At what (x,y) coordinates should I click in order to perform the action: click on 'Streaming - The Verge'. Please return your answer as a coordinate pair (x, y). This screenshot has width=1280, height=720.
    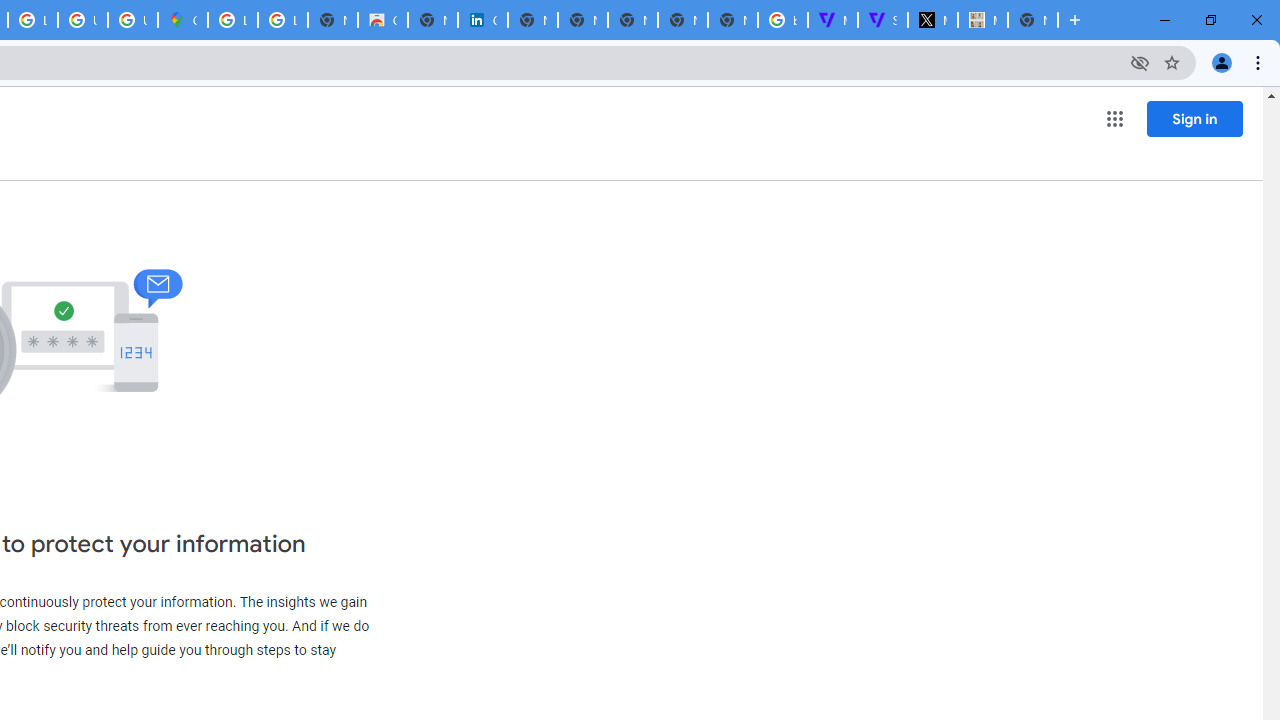
    Looking at the image, I should click on (881, 20).